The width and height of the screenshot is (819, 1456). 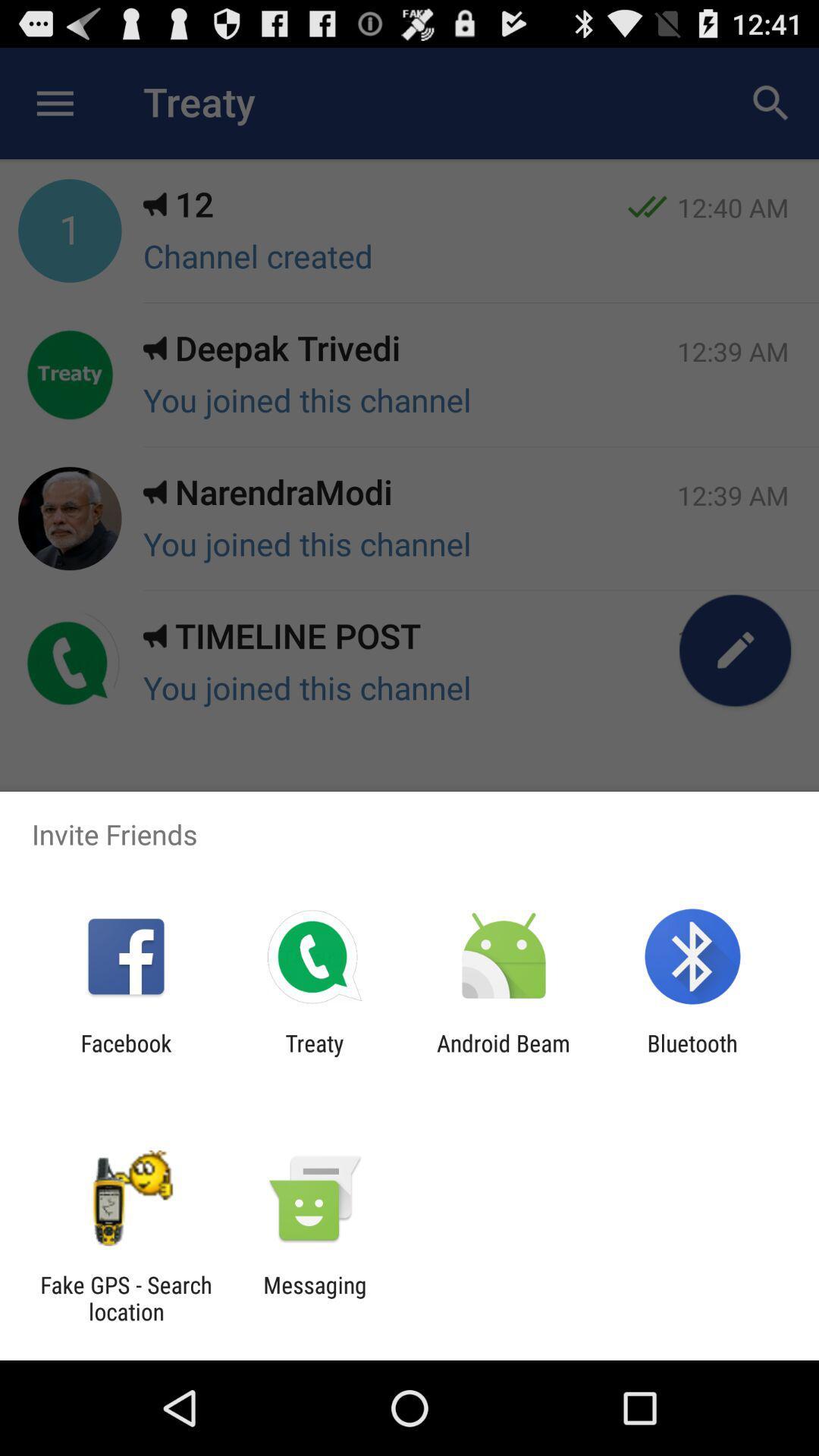 I want to click on the icon next to treaty icon, so click(x=125, y=1056).